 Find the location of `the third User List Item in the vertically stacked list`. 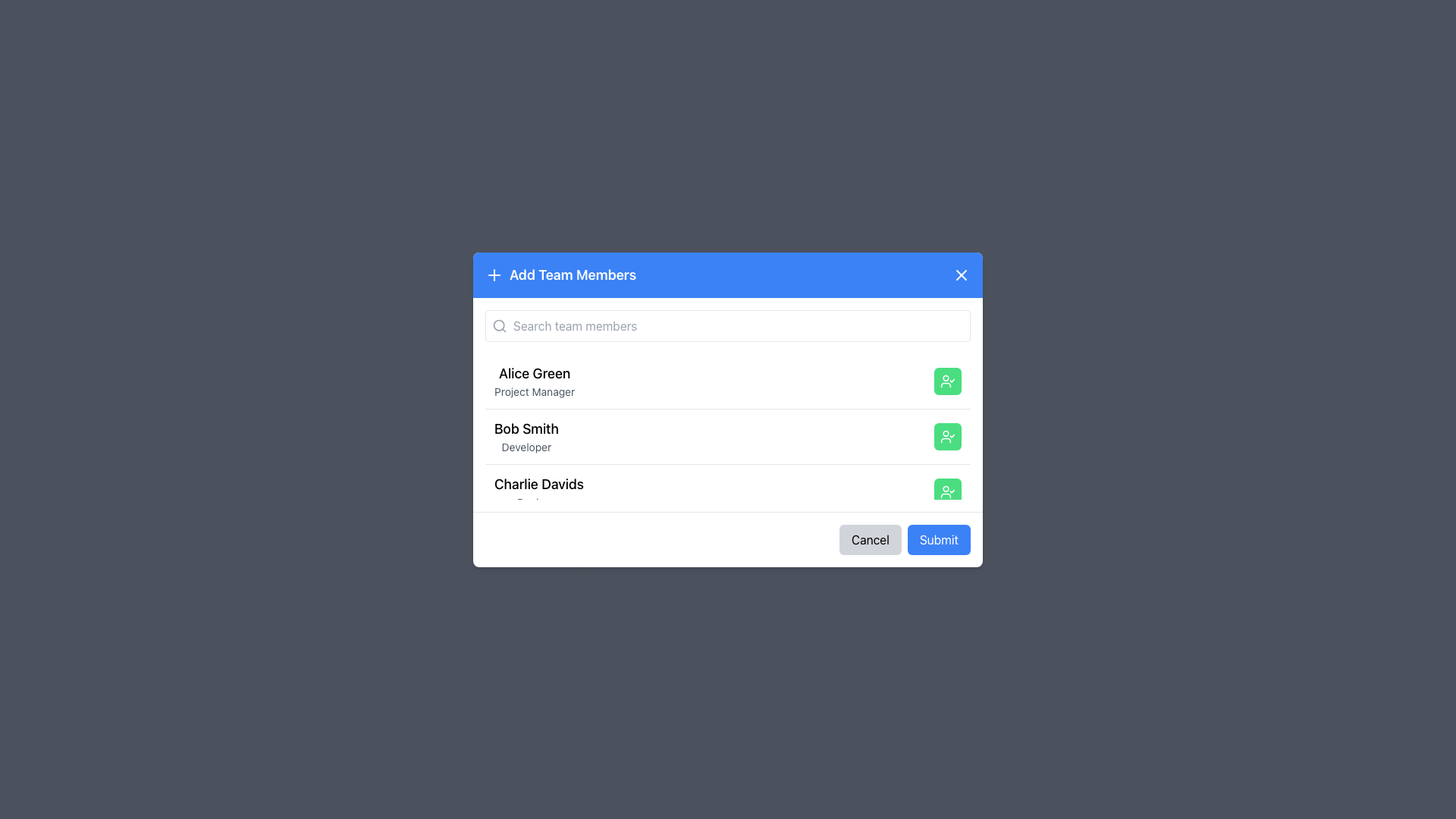

the third User List Item in the vertically stacked list is located at coordinates (728, 491).